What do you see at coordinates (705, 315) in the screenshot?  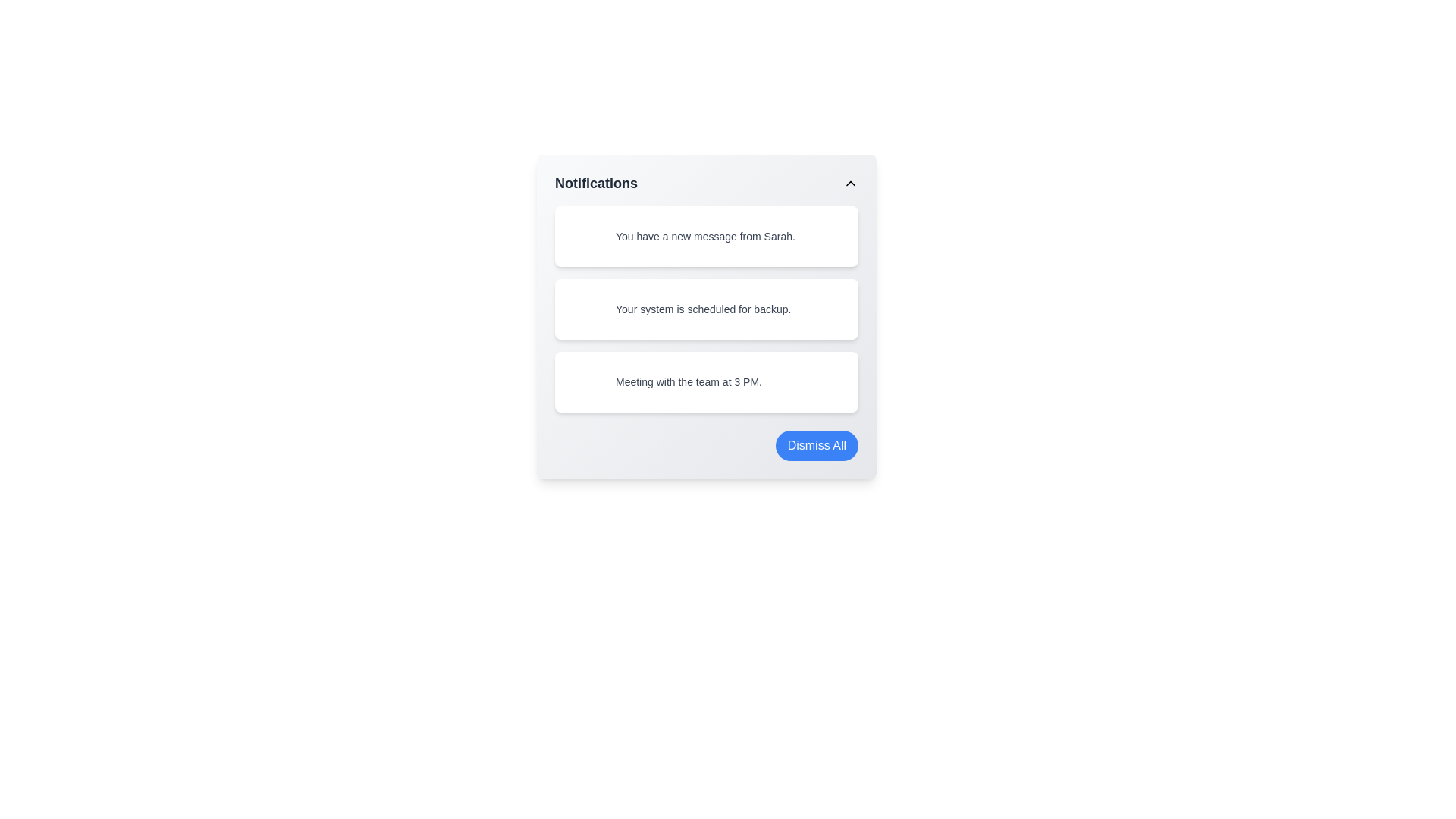 I see `the second notification card titled 'Your system is scheduled for backup.' located in the notification panel` at bounding box center [705, 315].